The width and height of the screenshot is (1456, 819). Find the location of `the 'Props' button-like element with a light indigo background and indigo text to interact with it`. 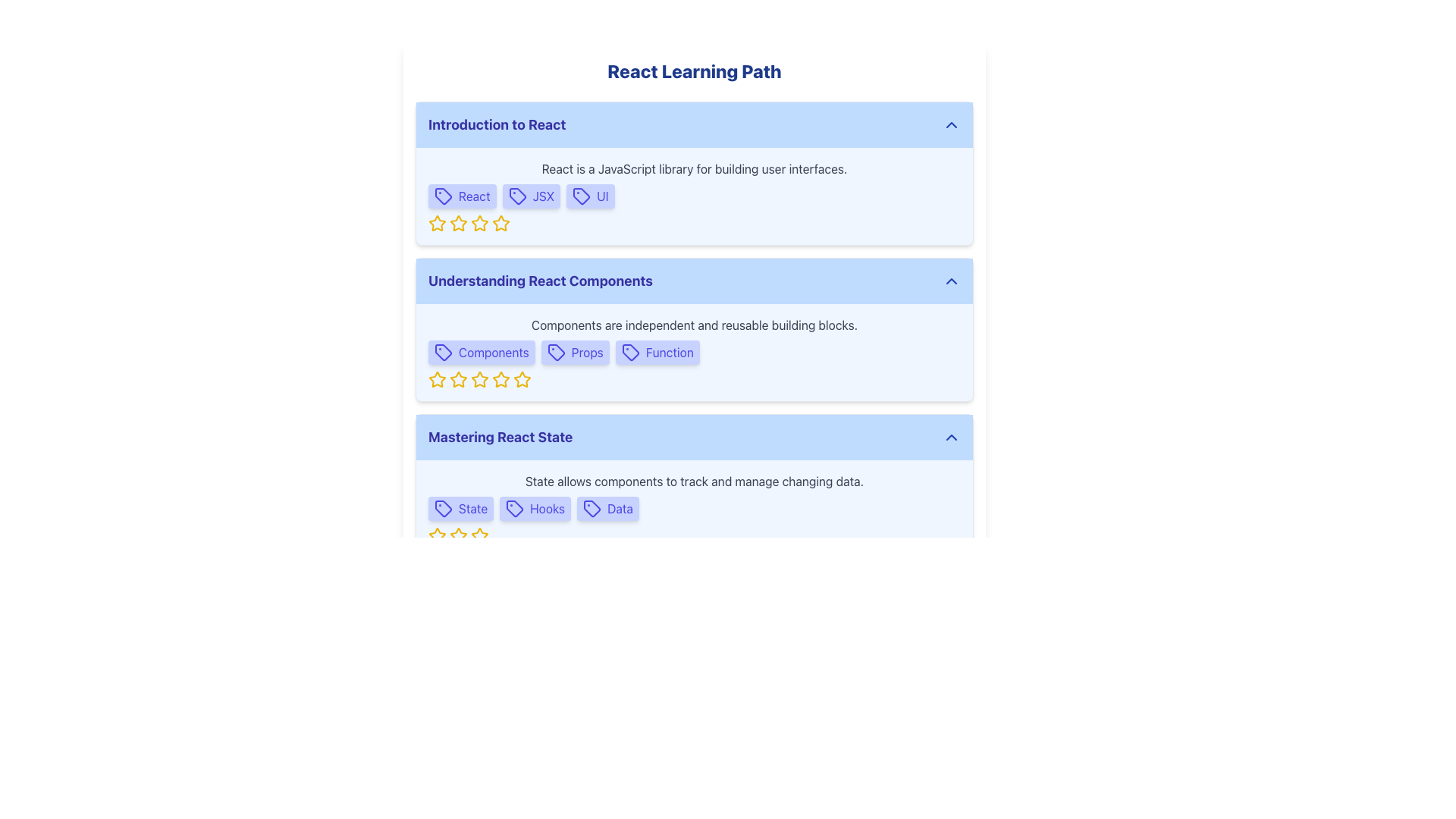

the 'Props' button-like element with a light indigo background and indigo text to interact with it is located at coordinates (574, 353).